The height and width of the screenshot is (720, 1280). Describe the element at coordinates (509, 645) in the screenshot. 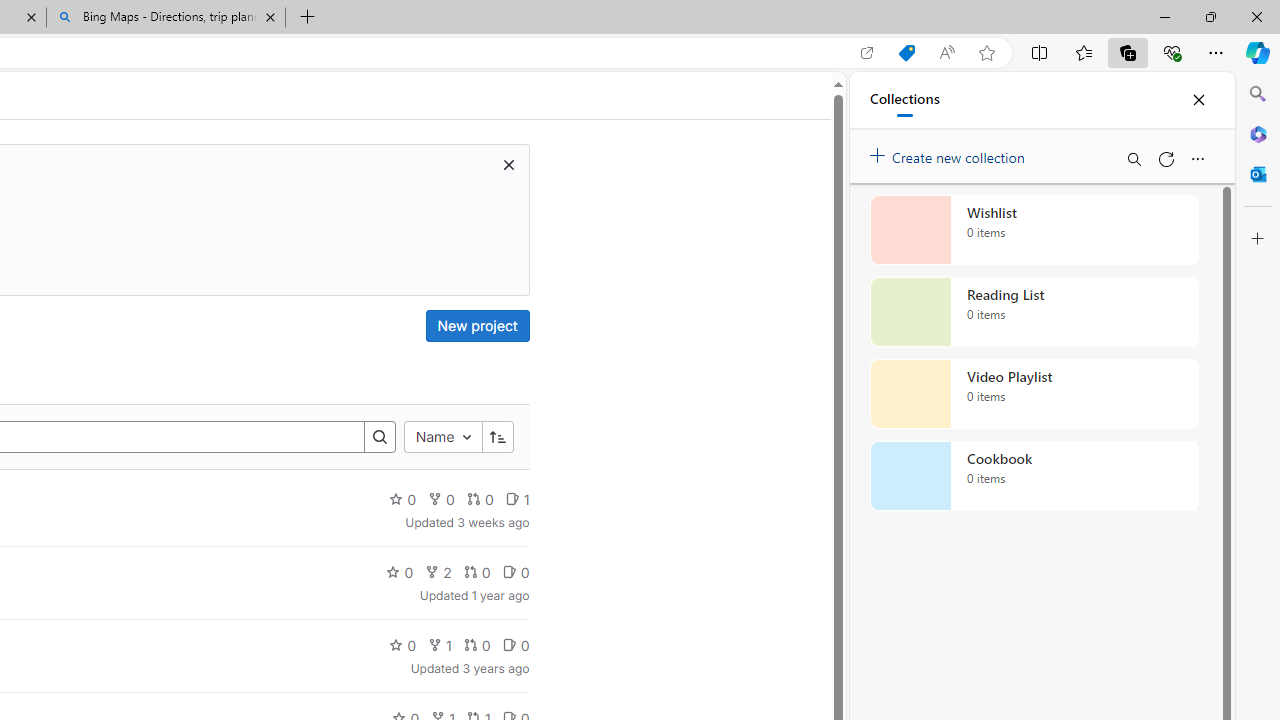

I see `'Class: s14 gl-mr-2'` at that location.